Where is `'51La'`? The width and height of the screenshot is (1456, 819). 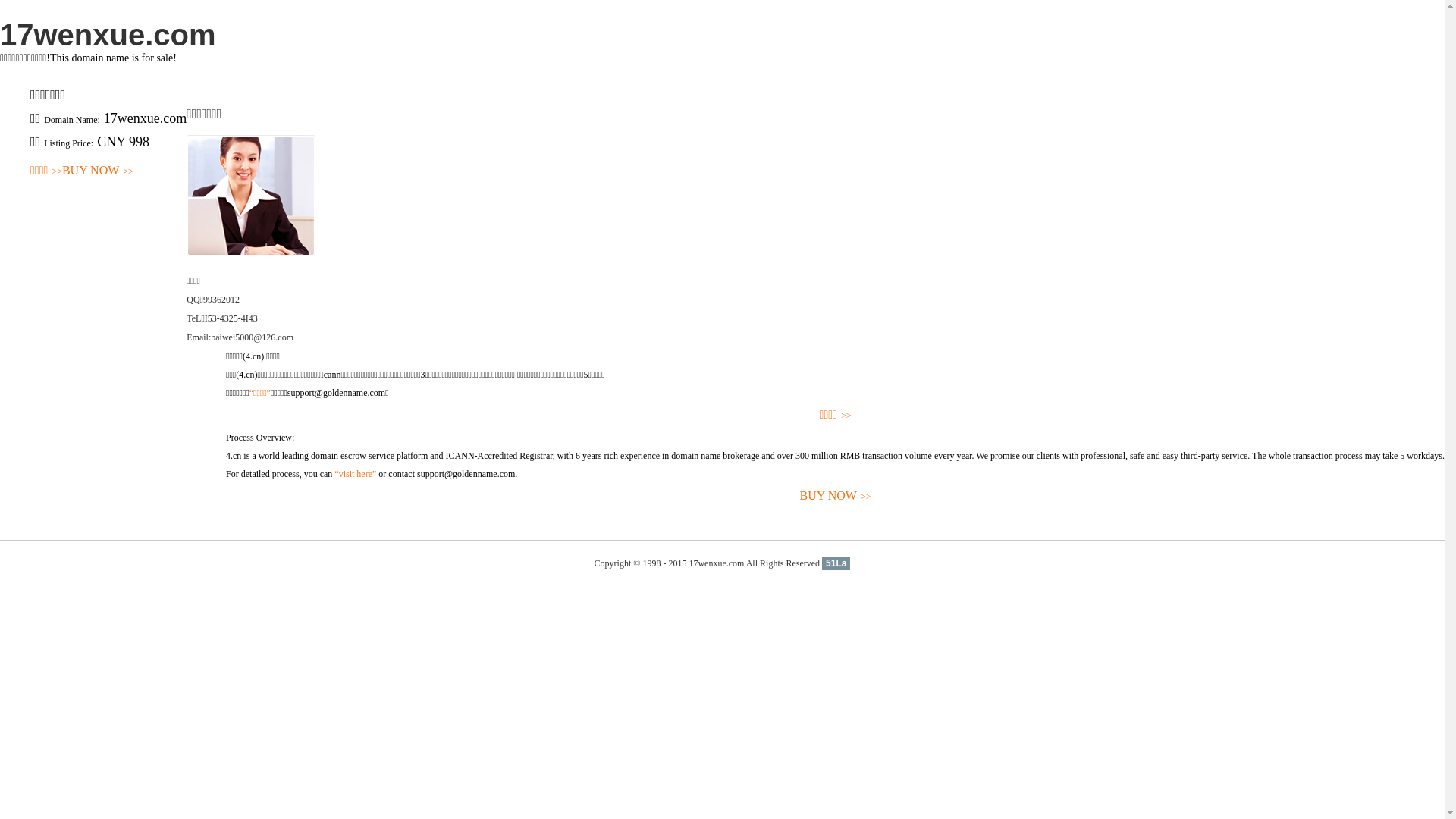 '51La' is located at coordinates (821, 563).